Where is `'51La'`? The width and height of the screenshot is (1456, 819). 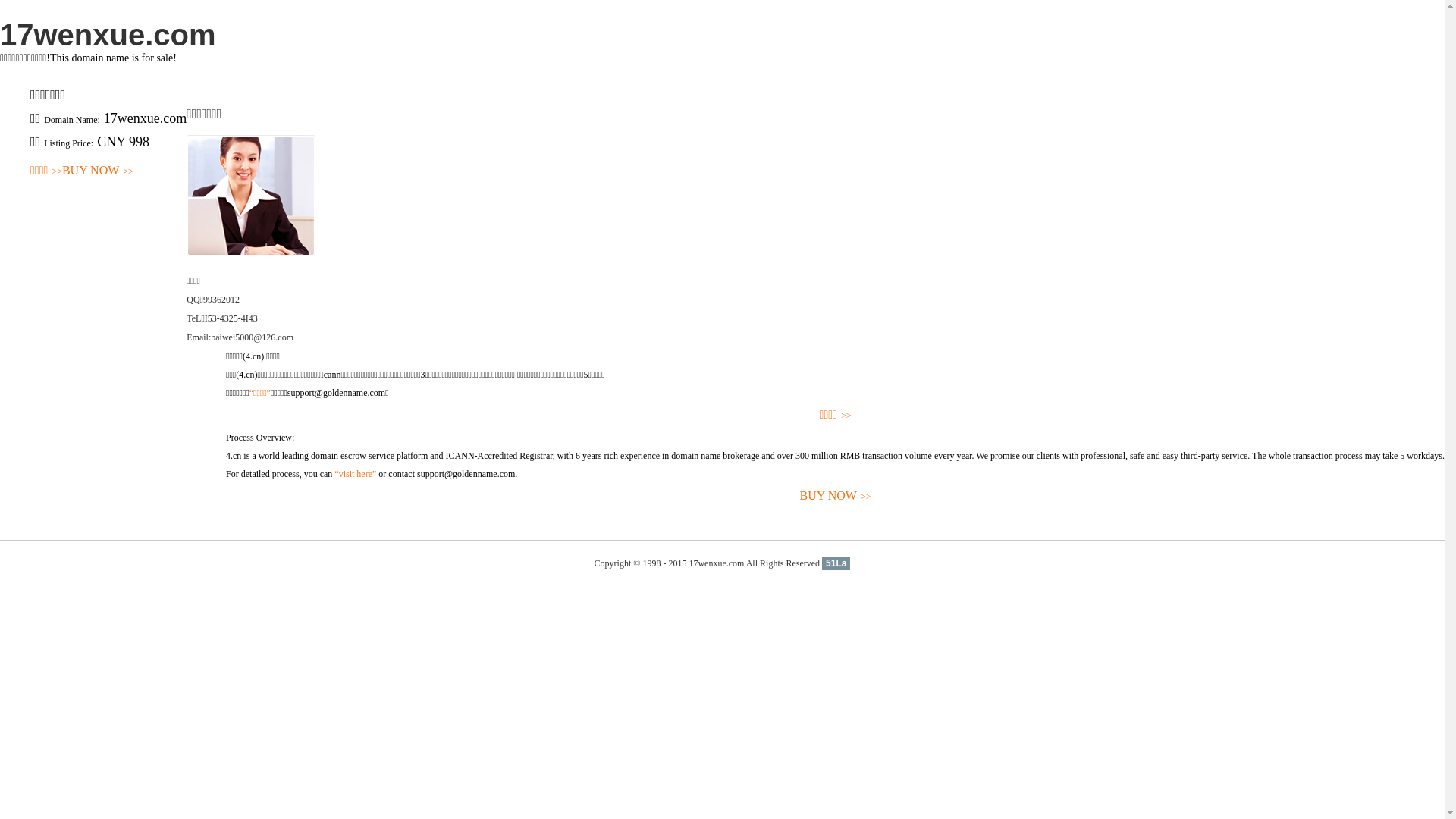 '51La' is located at coordinates (821, 563).